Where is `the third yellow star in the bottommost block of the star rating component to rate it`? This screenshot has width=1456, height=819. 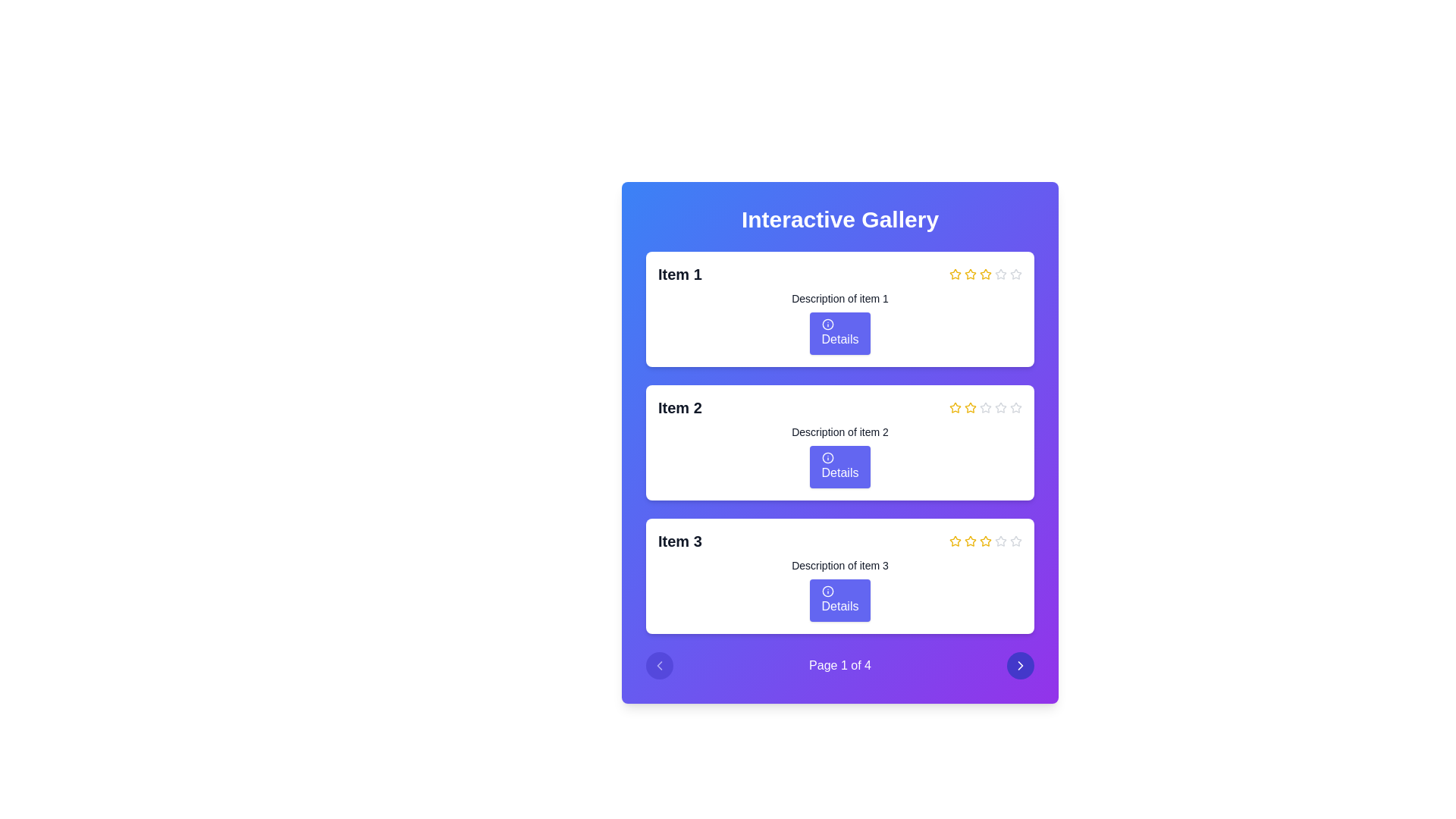 the third yellow star in the bottommost block of the star rating component to rate it is located at coordinates (971, 540).